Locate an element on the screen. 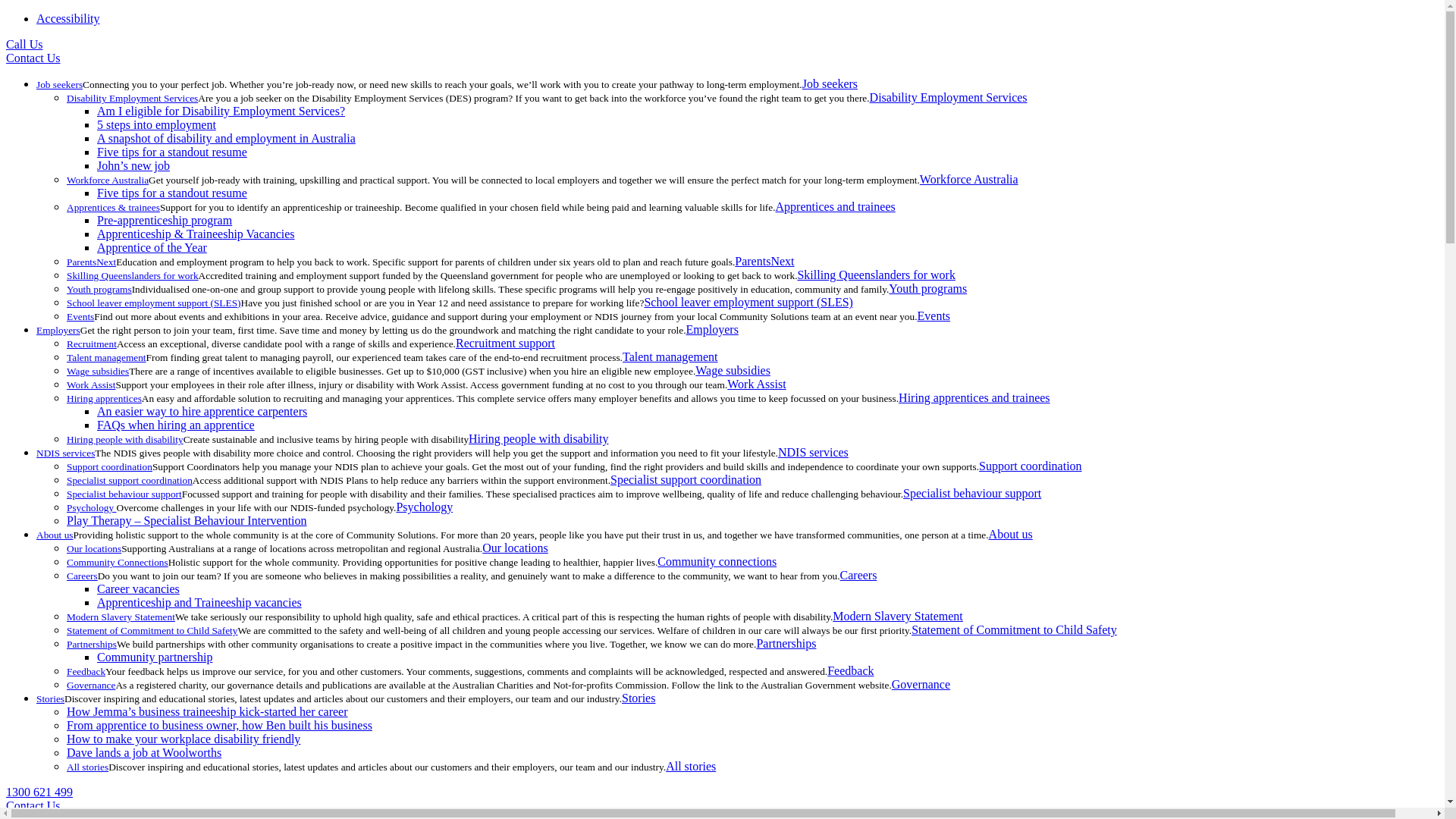 The image size is (1456, 819). 'Contact Us' is located at coordinates (33, 57).